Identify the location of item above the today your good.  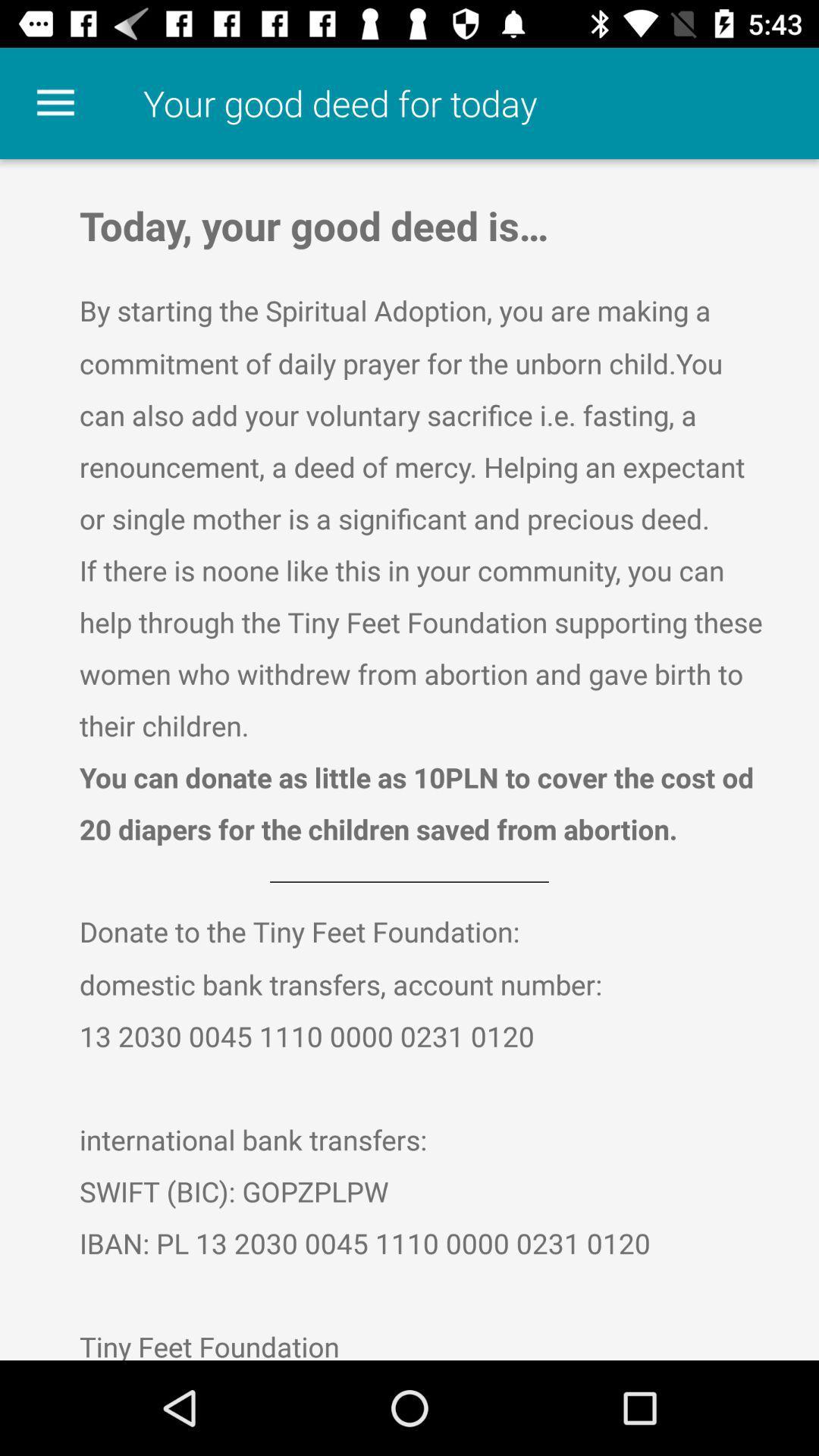
(55, 102).